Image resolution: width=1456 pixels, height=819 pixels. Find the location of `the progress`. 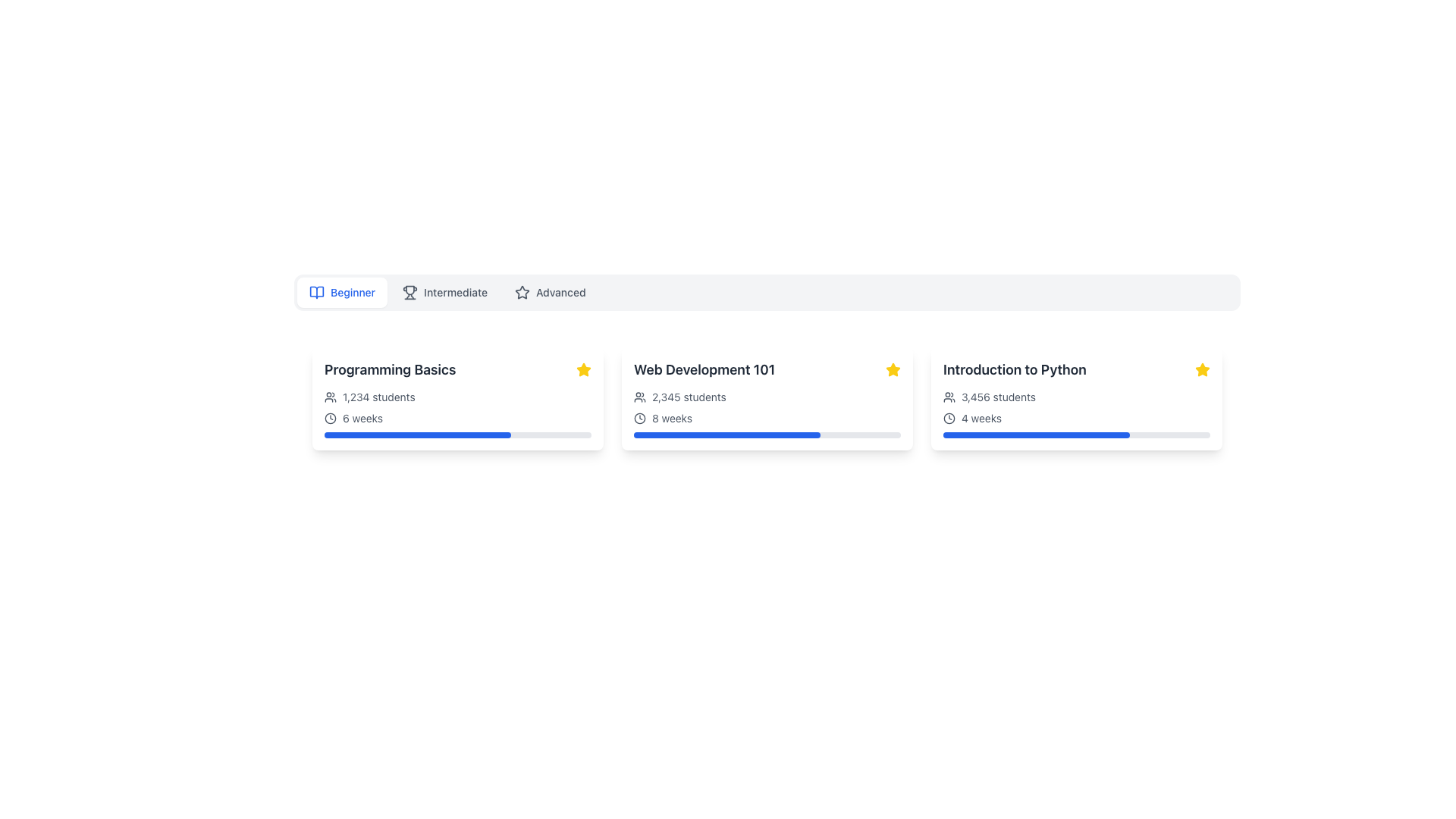

the progress is located at coordinates (438, 435).